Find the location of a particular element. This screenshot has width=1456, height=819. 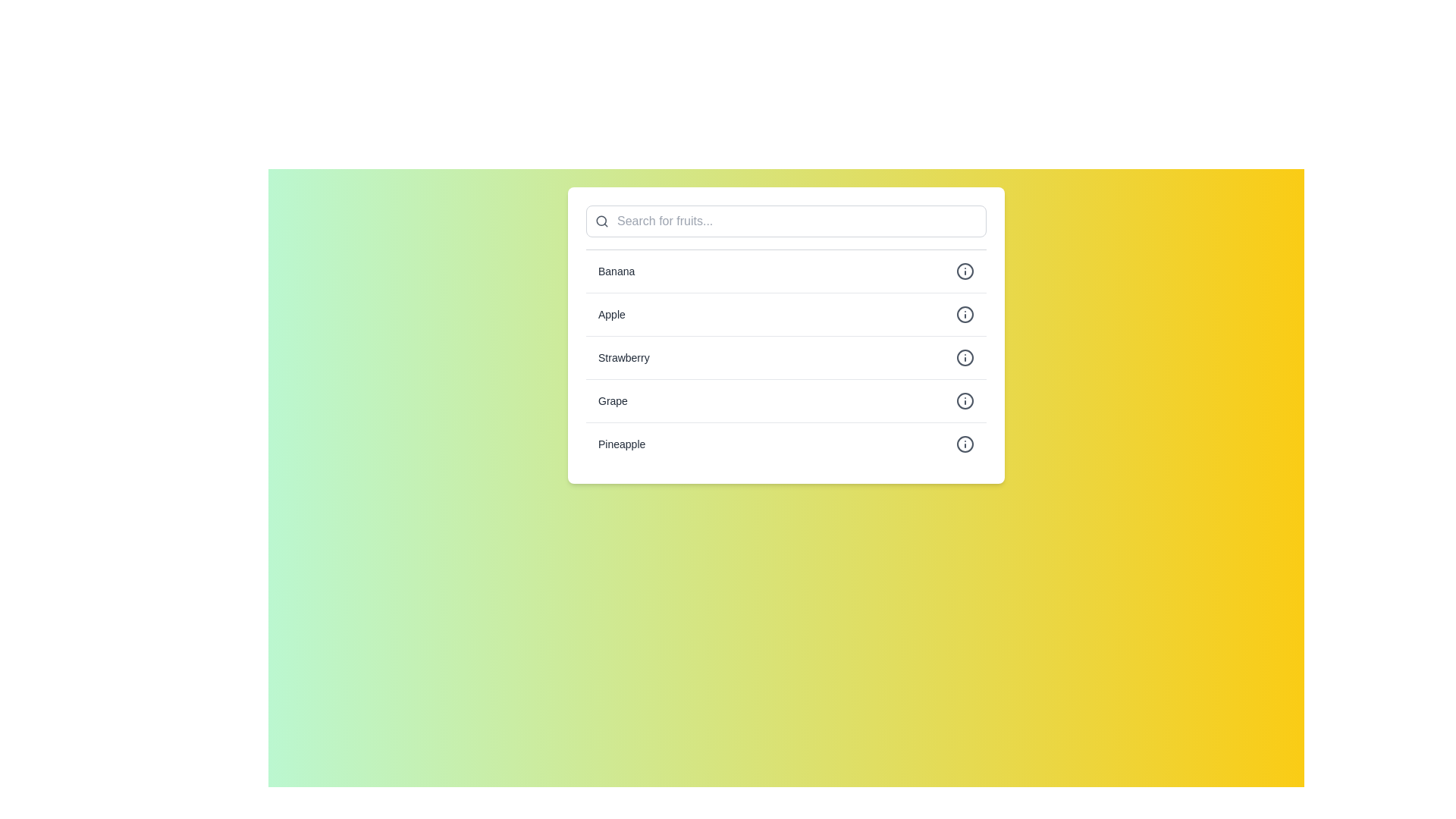

the text element displaying 'Pineapple' is located at coordinates (622, 444).